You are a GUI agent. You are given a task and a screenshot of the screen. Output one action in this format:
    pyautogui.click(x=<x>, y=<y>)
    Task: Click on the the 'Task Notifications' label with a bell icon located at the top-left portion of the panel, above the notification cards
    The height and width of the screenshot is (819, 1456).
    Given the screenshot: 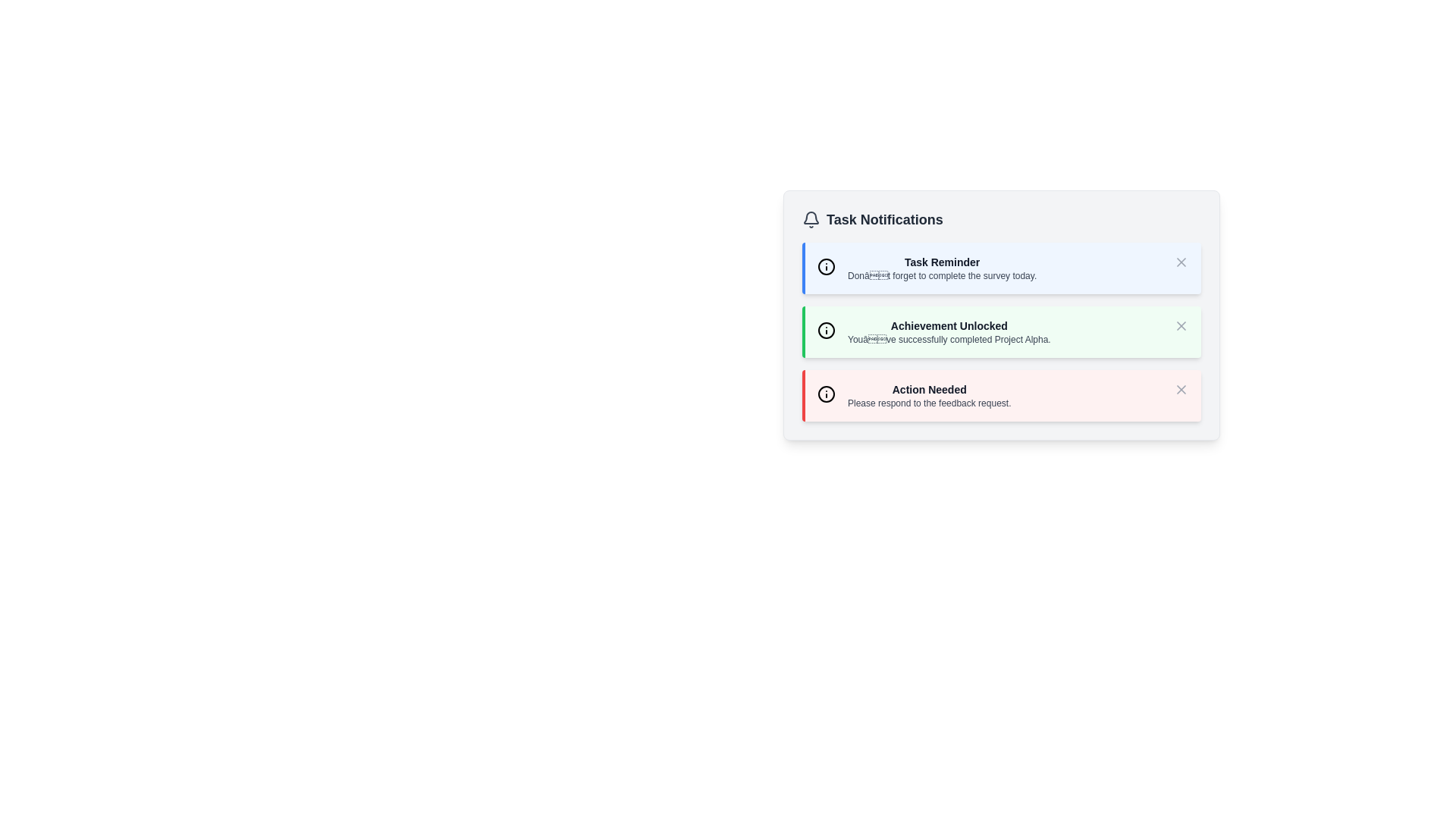 What is the action you would take?
    pyautogui.click(x=872, y=219)
    